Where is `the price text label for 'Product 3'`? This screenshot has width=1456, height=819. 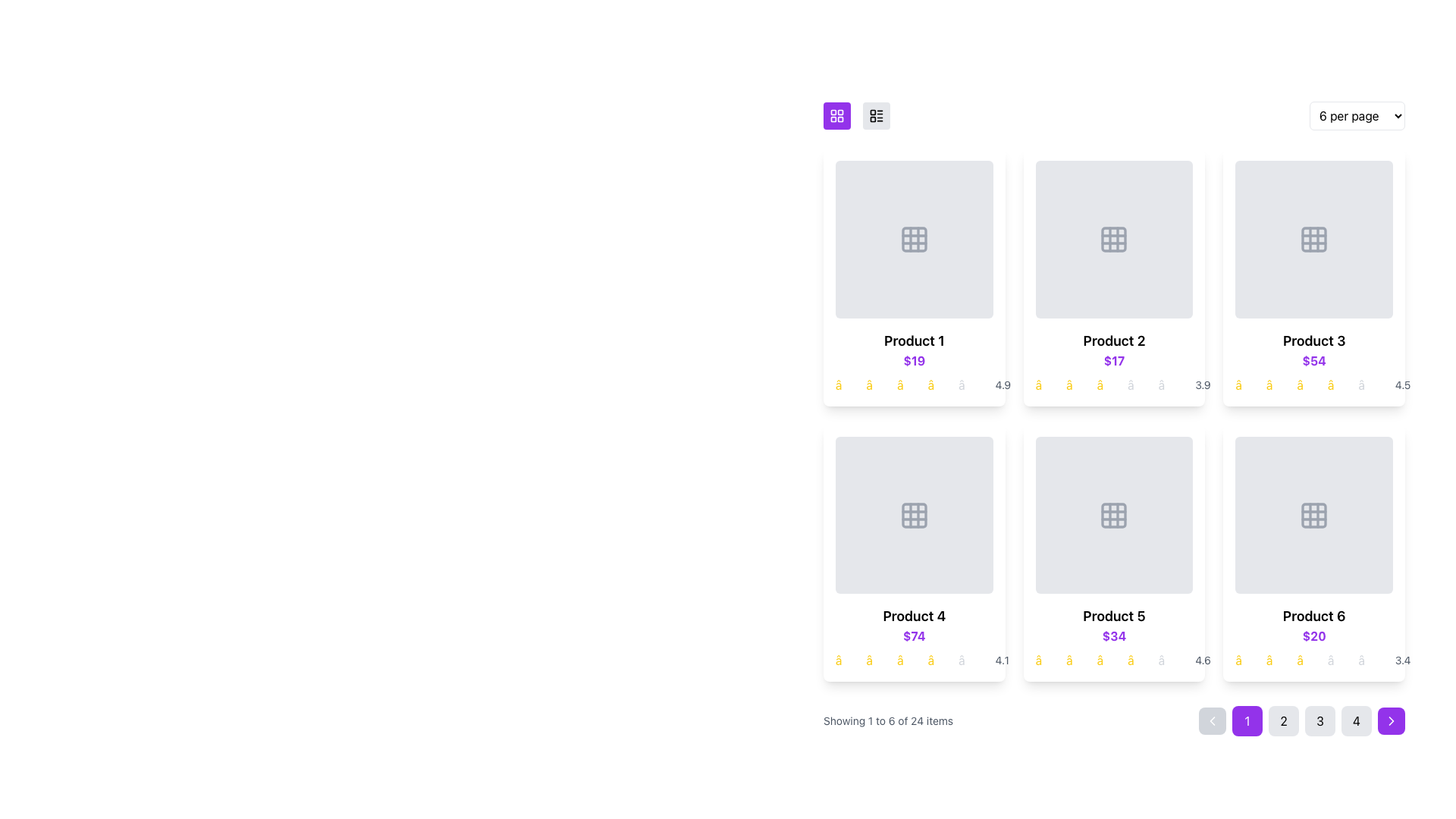
the price text label for 'Product 3' is located at coordinates (1313, 360).